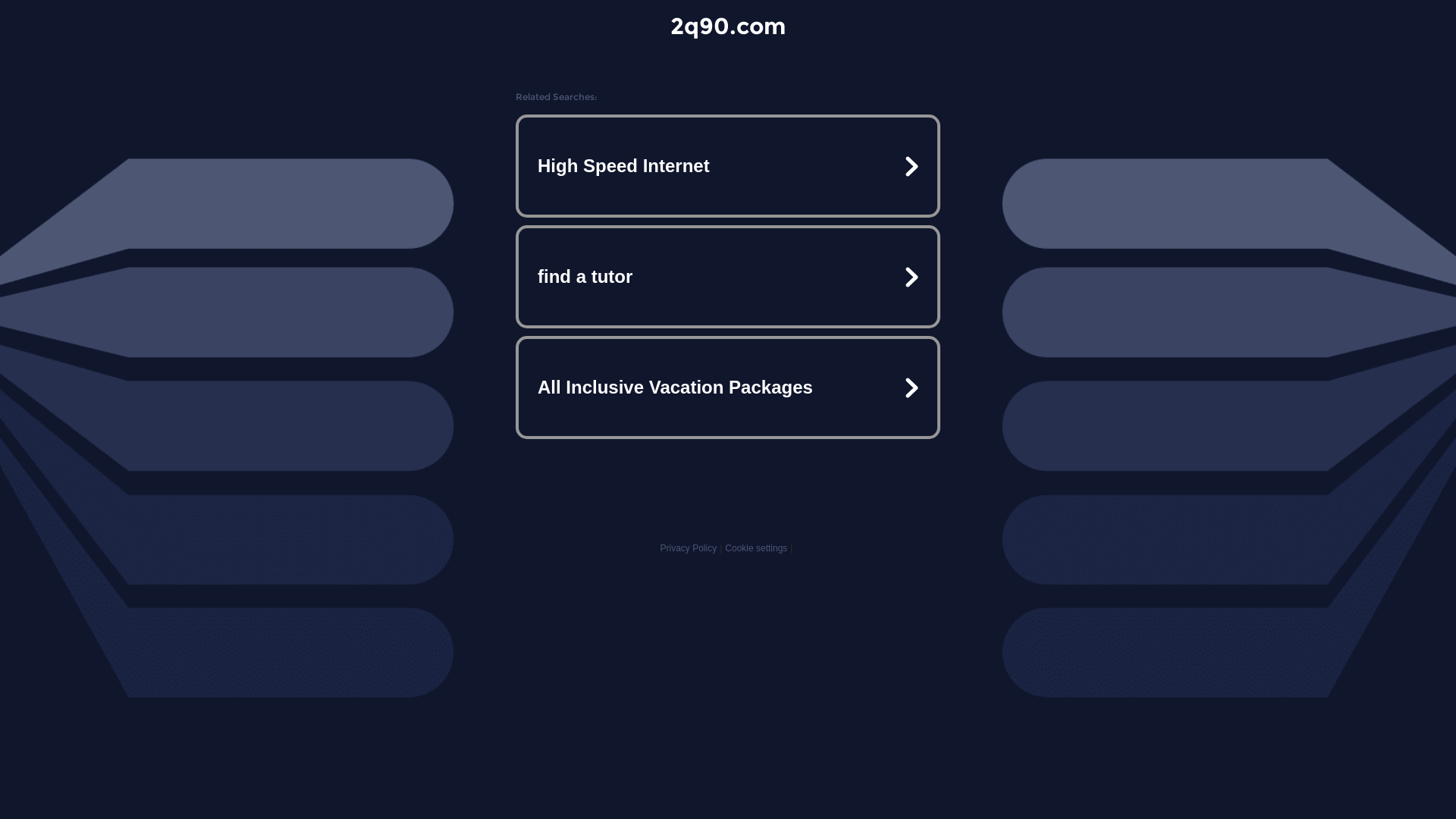  What do you see at coordinates (728, 26) in the screenshot?
I see `'2q90.com'` at bounding box center [728, 26].